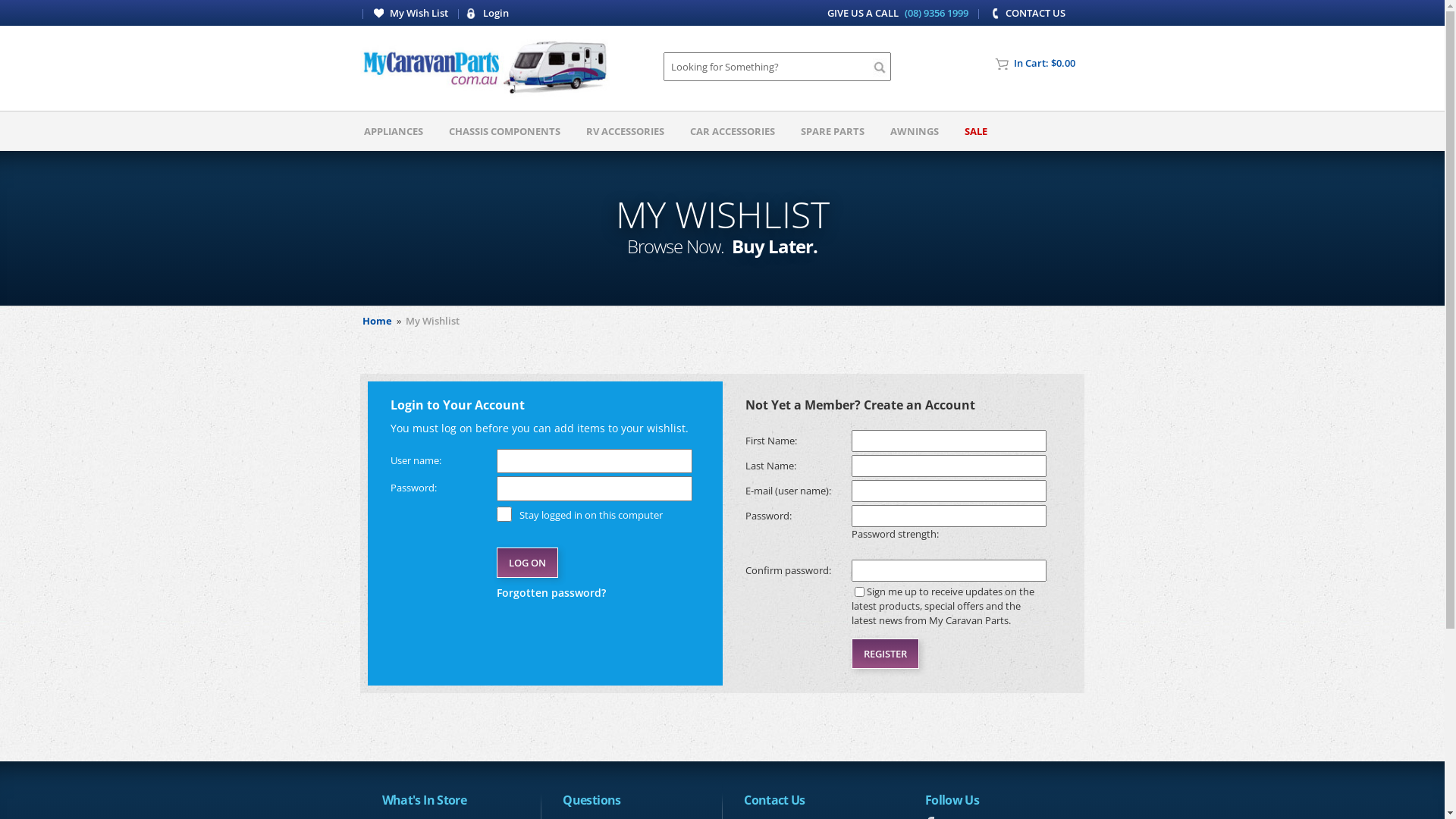 The height and width of the screenshot is (819, 1456). I want to click on 'Forgotten password?', so click(593, 591).